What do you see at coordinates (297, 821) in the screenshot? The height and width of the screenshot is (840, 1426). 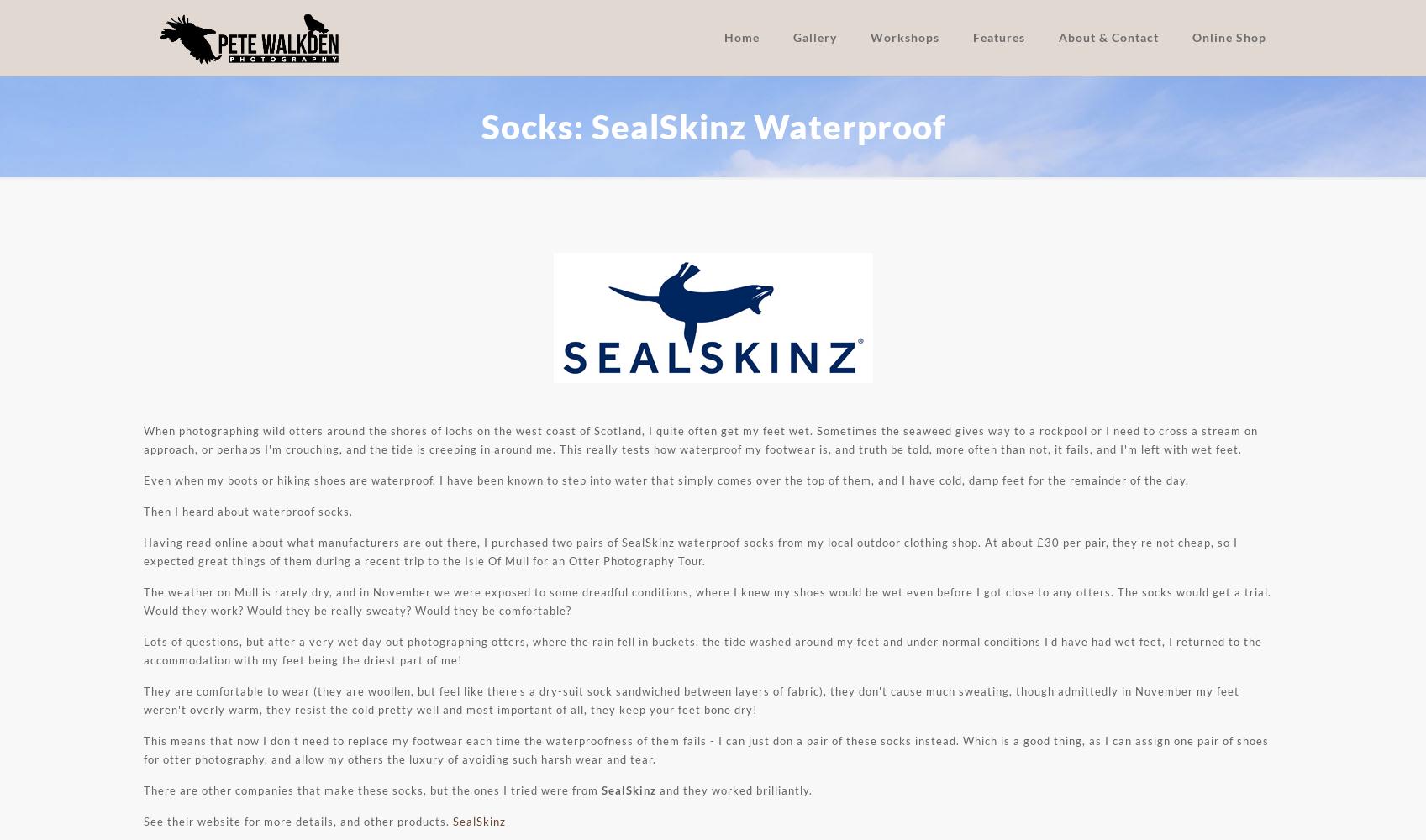 I see `'See their website for more details, and other products.'` at bounding box center [297, 821].